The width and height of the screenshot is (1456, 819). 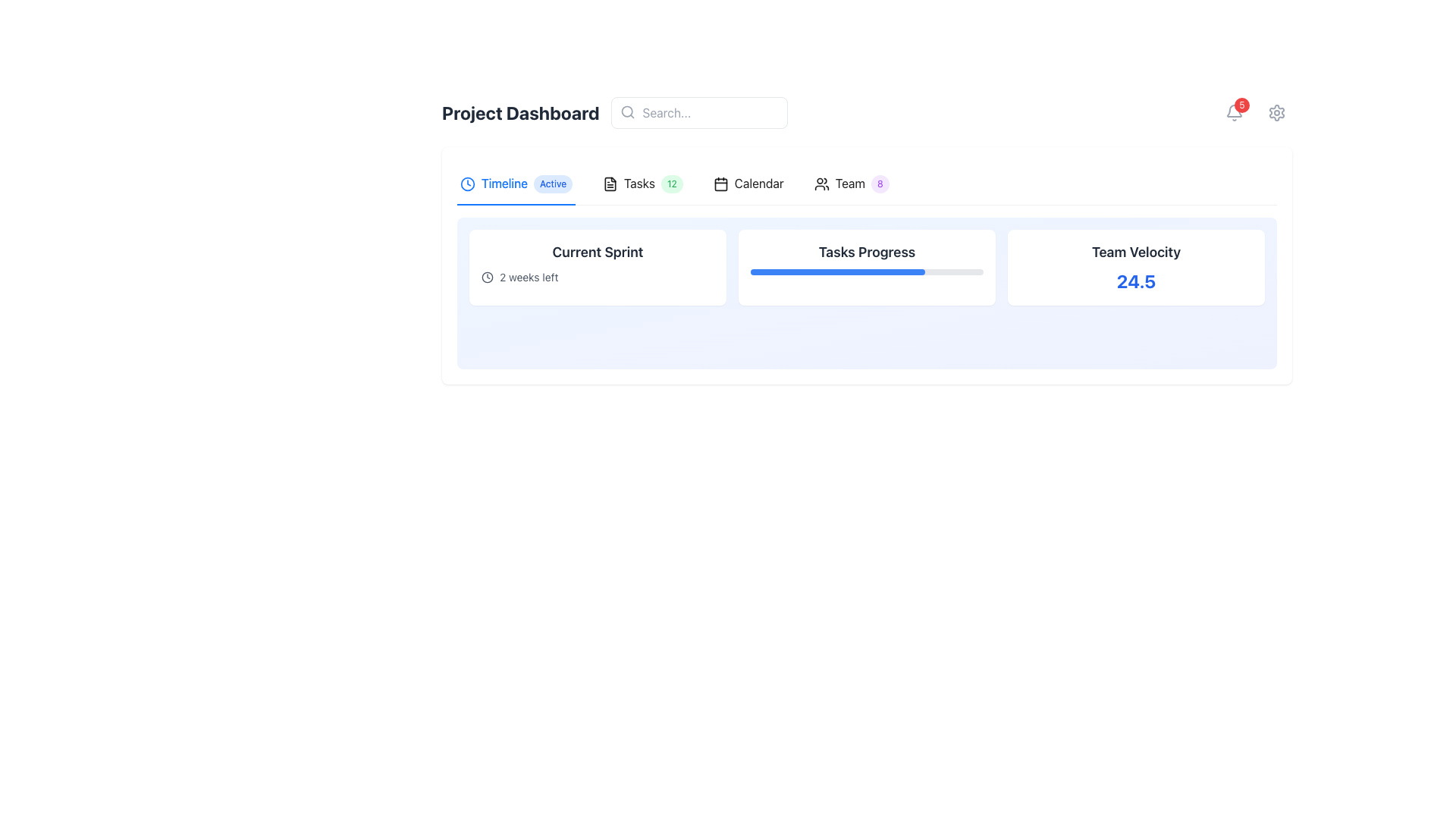 What do you see at coordinates (642, 183) in the screenshot?
I see `the 'Tasks' tab navigation item with a green badge displaying '12'` at bounding box center [642, 183].